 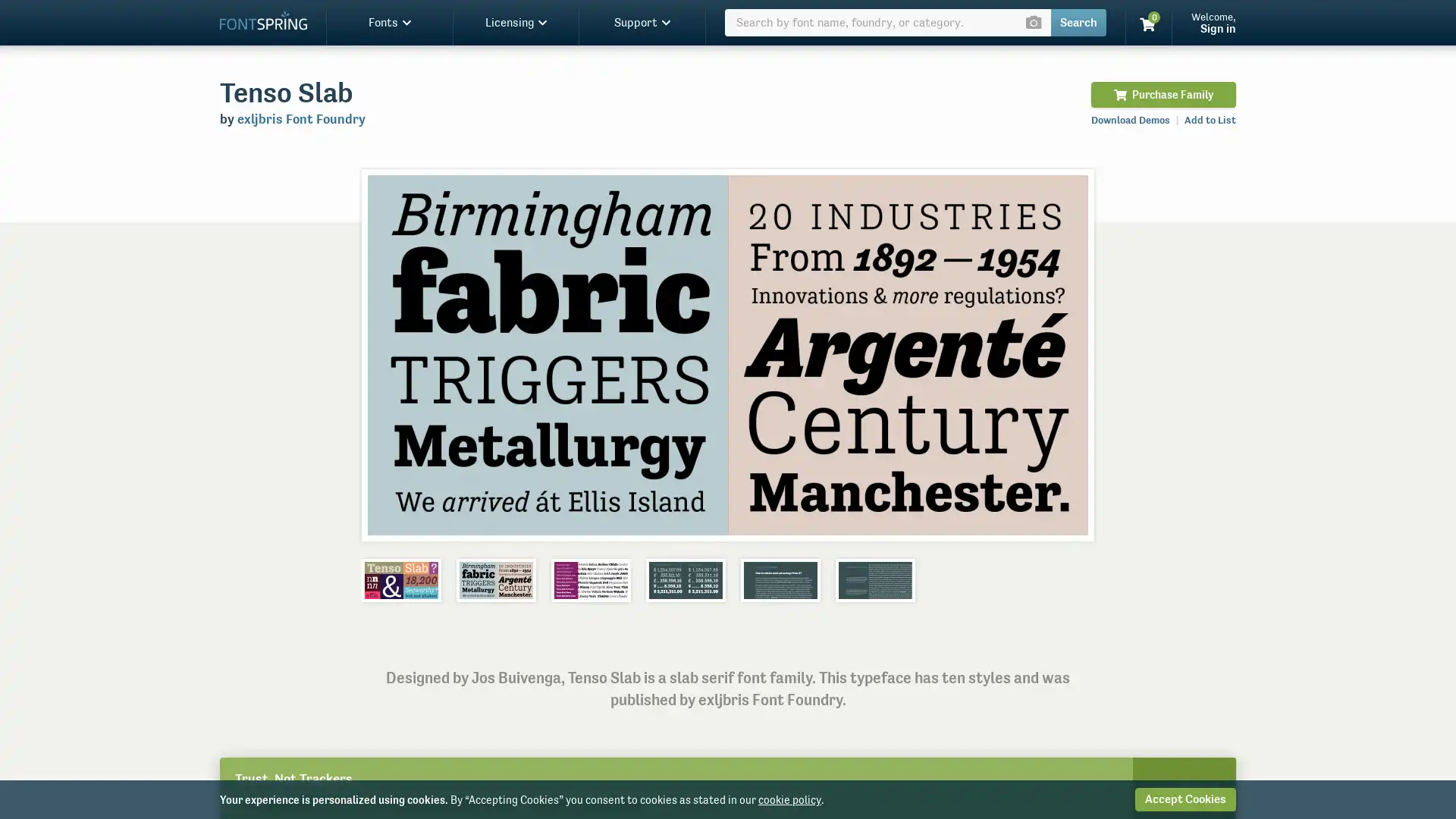 What do you see at coordinates (1185, 799) in the screenshot?
I see `Accept Cookies` at bounding box center [1185, 799].